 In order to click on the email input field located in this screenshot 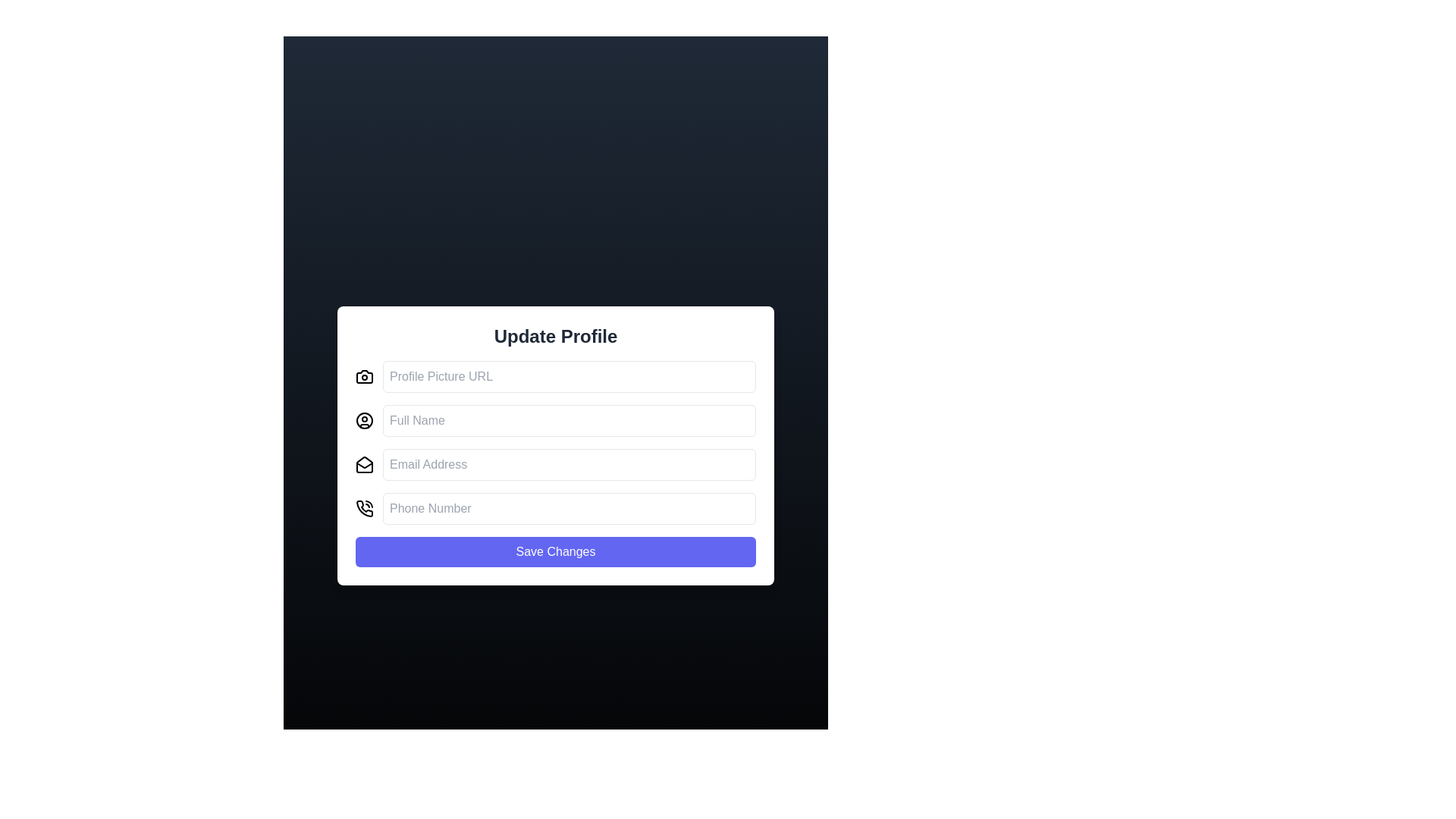, I will do `click(555, 464)`.